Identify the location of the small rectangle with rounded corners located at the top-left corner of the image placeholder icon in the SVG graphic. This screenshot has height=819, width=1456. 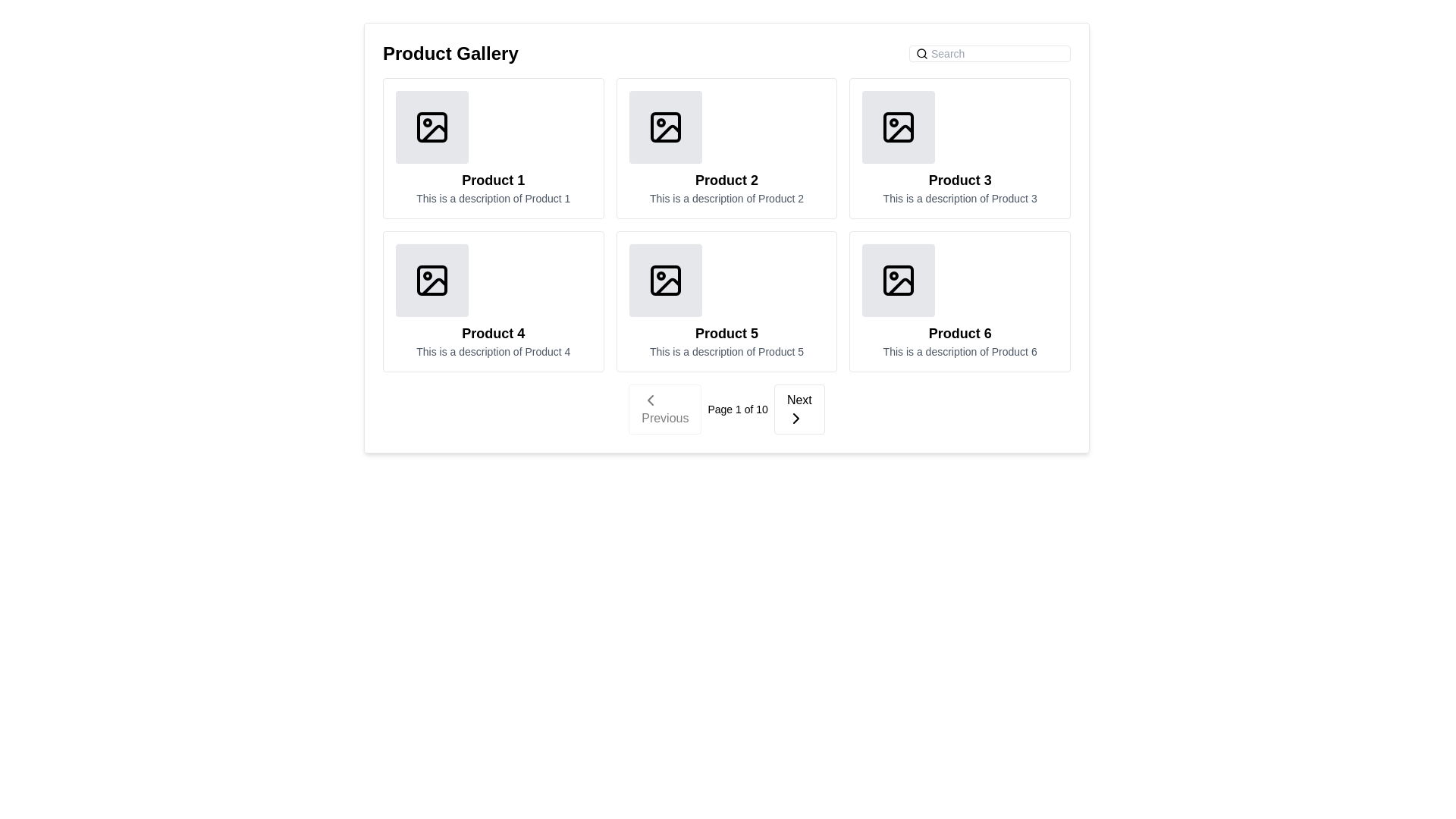
(431, 127).